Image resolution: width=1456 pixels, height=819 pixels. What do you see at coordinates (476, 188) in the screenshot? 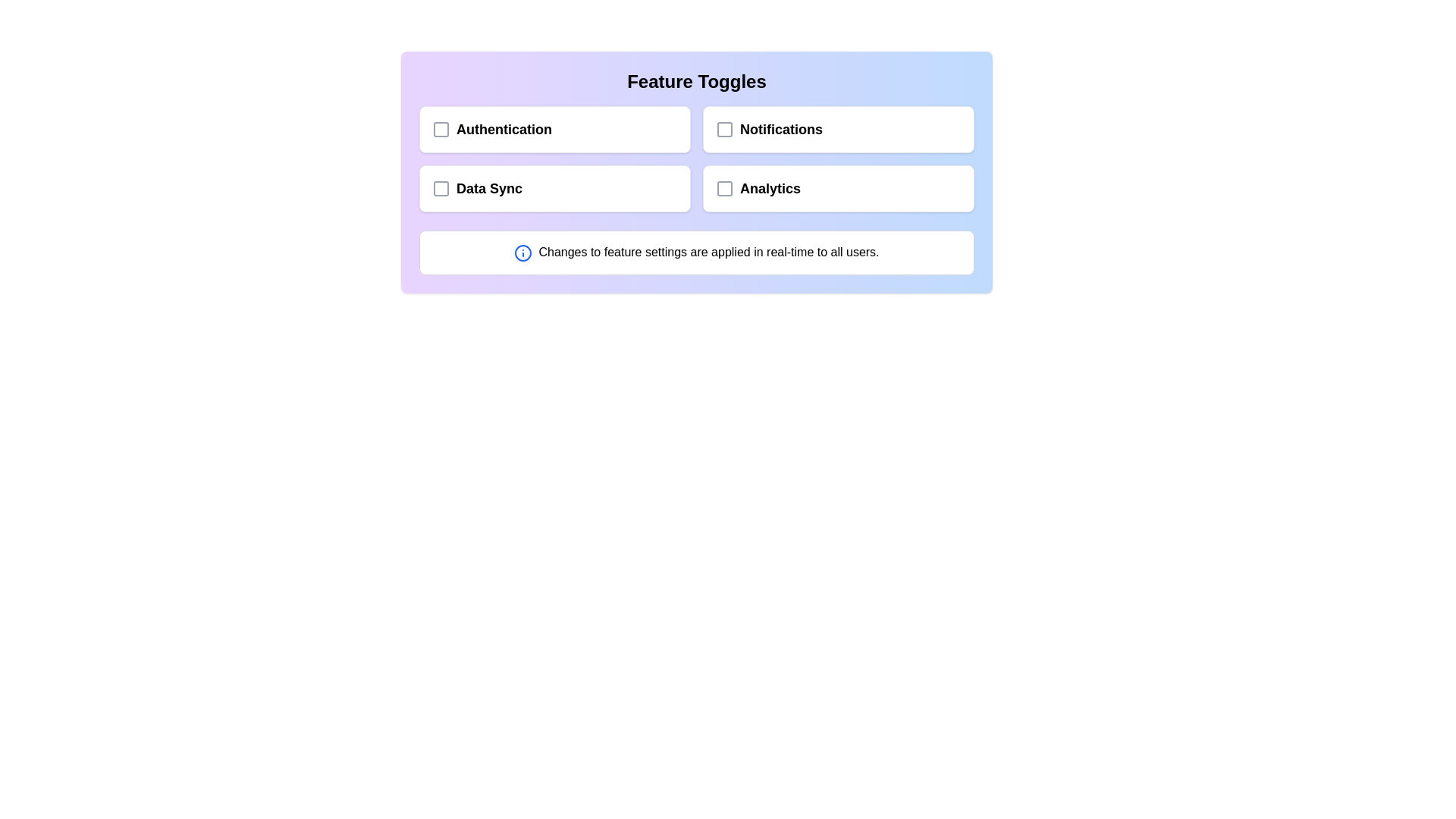
I see `the checkbox labeled 'Data Sync'` at bounding box center [476, 188].